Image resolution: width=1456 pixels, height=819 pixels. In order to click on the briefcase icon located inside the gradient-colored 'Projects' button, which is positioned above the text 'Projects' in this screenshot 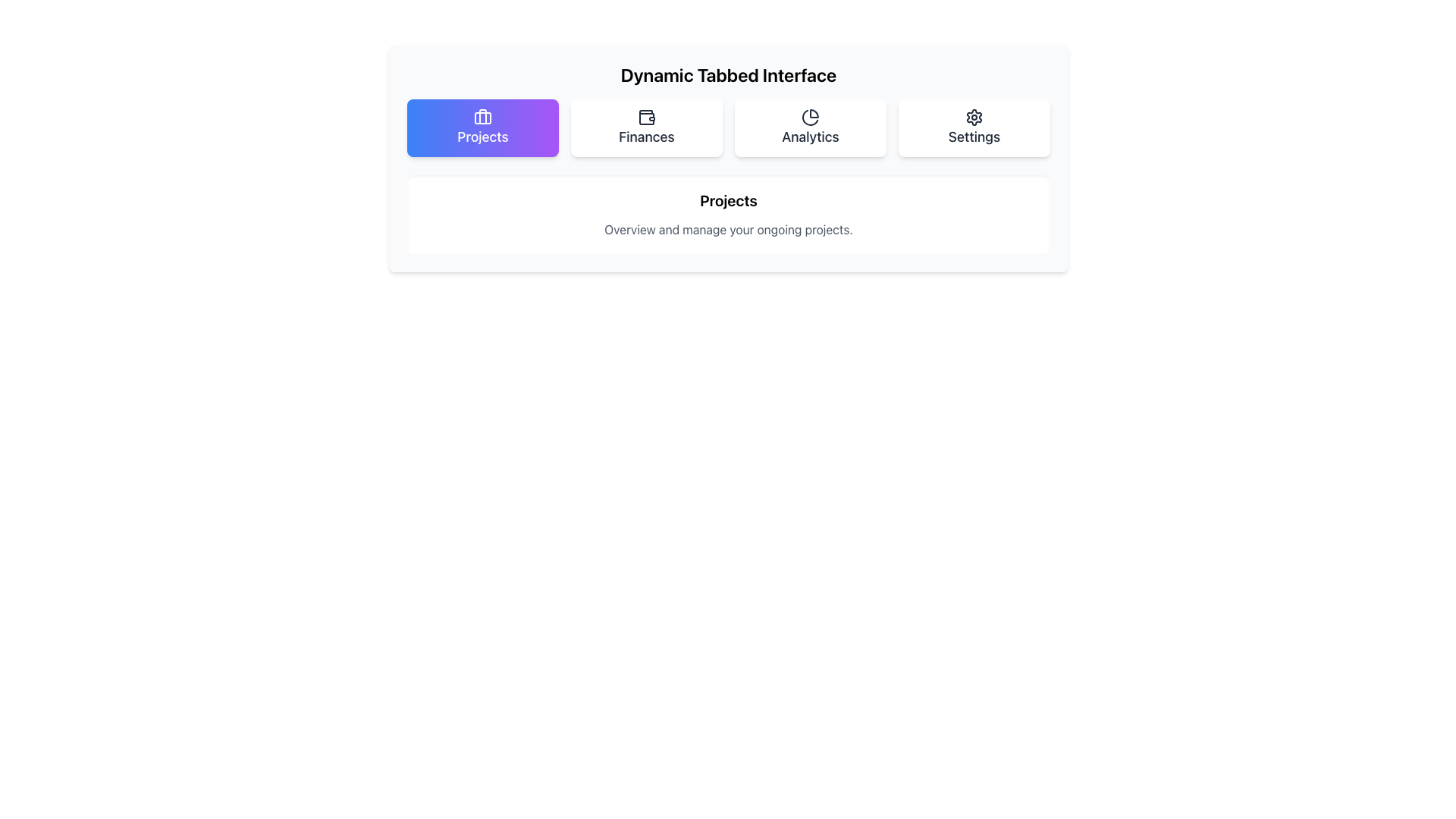, I will do `click(482, 116)`.